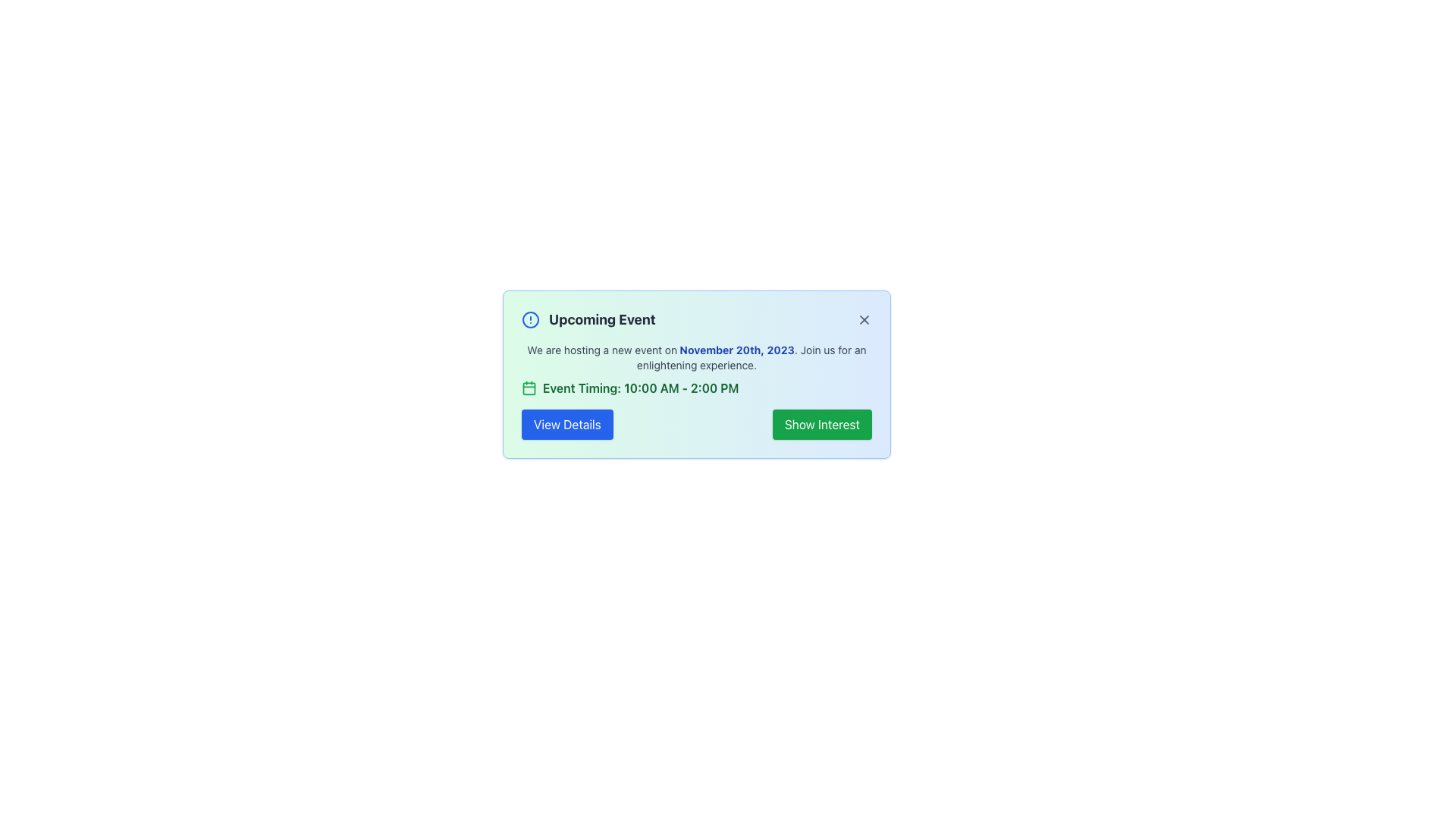  I want to click on the informational label displaying the event timing '10:00 AM - 2:00 PM', located at the bottom of the textual content area, following 'We are hosting a new event...' and preceding the buttons 'View Details' and 'Show Interest', so click(695, 388).